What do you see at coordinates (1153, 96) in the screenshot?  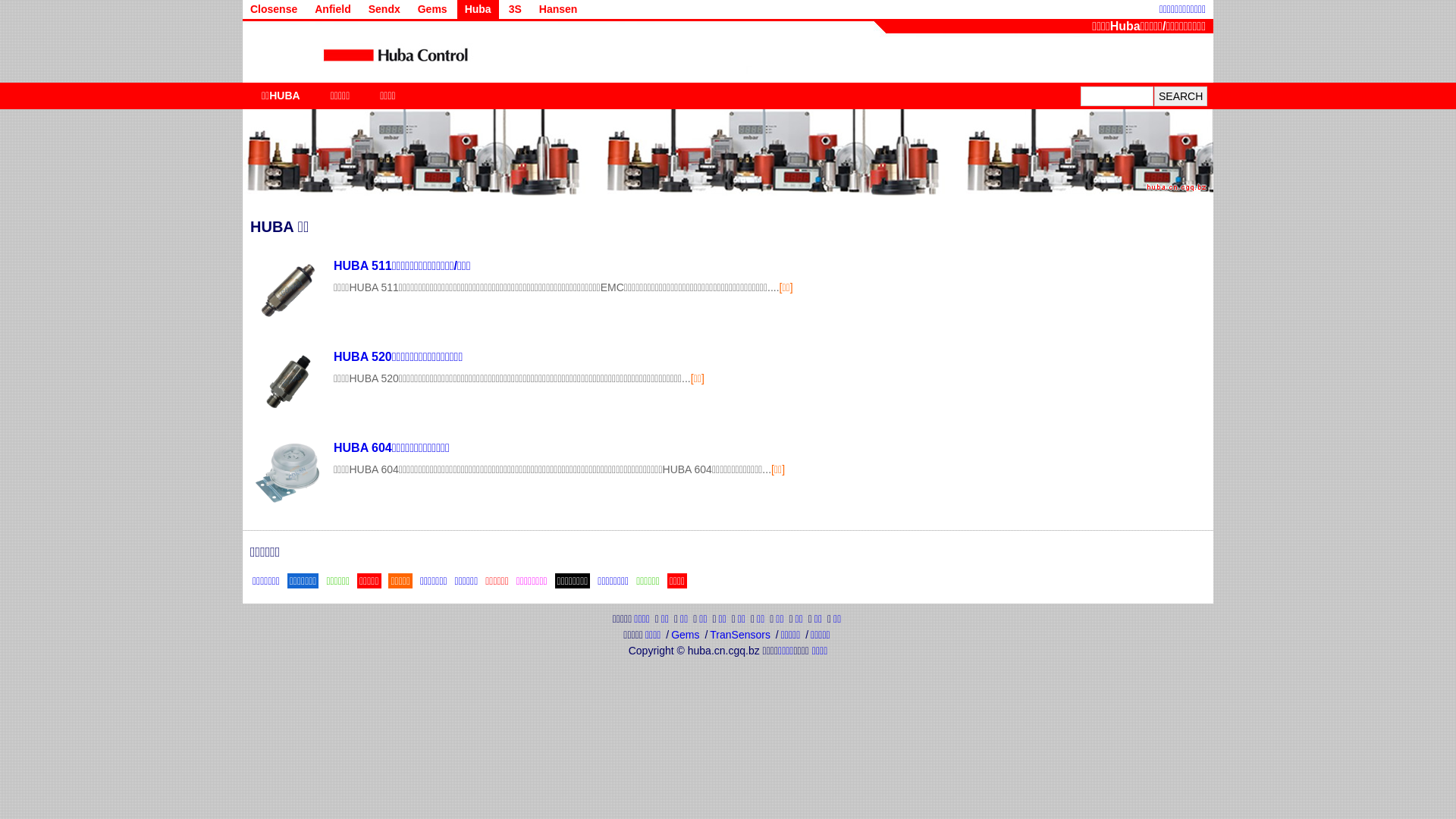 I see `'SEARCH'` at bounding box center [1153, 96].